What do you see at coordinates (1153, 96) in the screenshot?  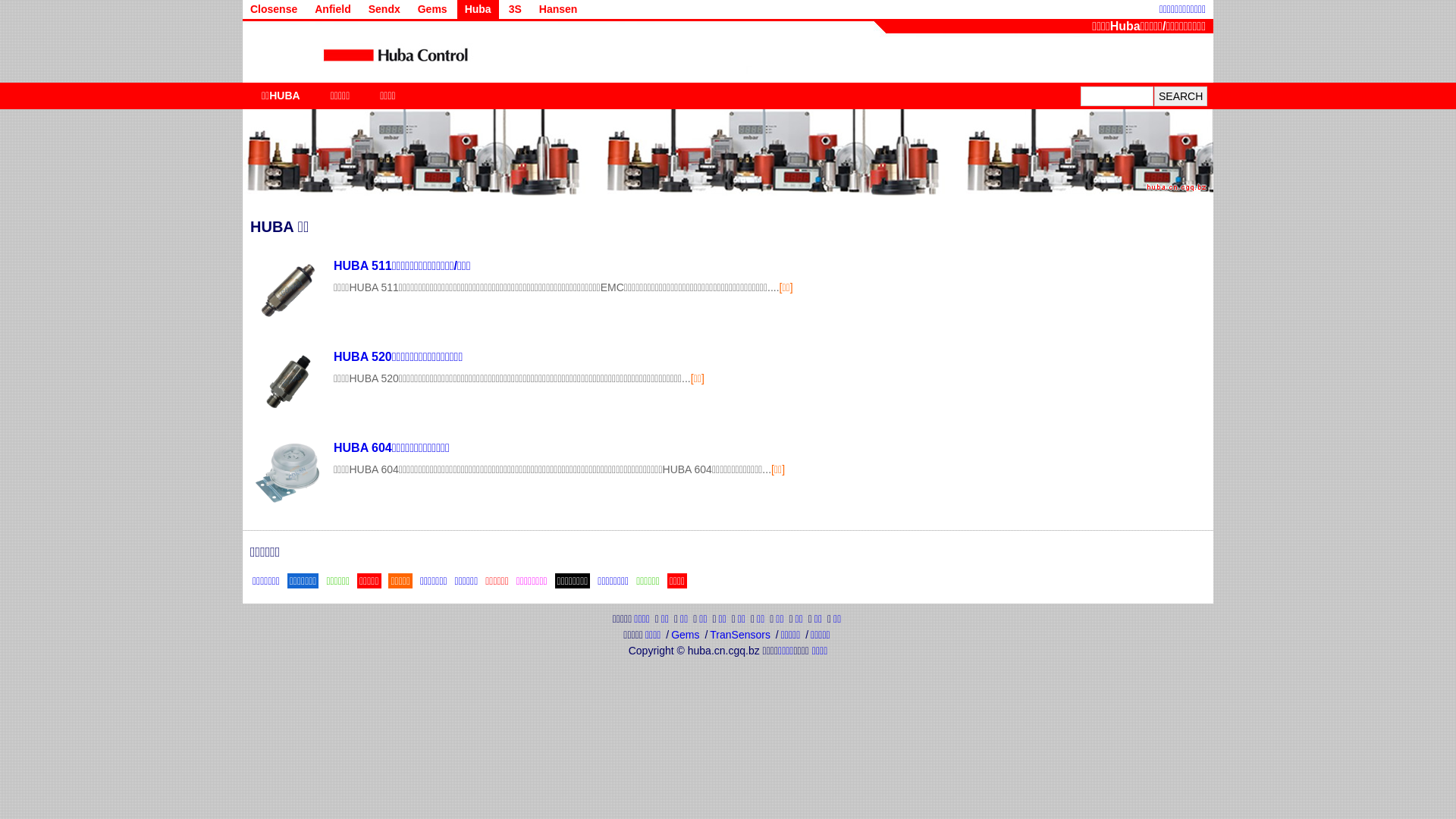 I see `'SEARCH'` at bounding box center [1153, 96].